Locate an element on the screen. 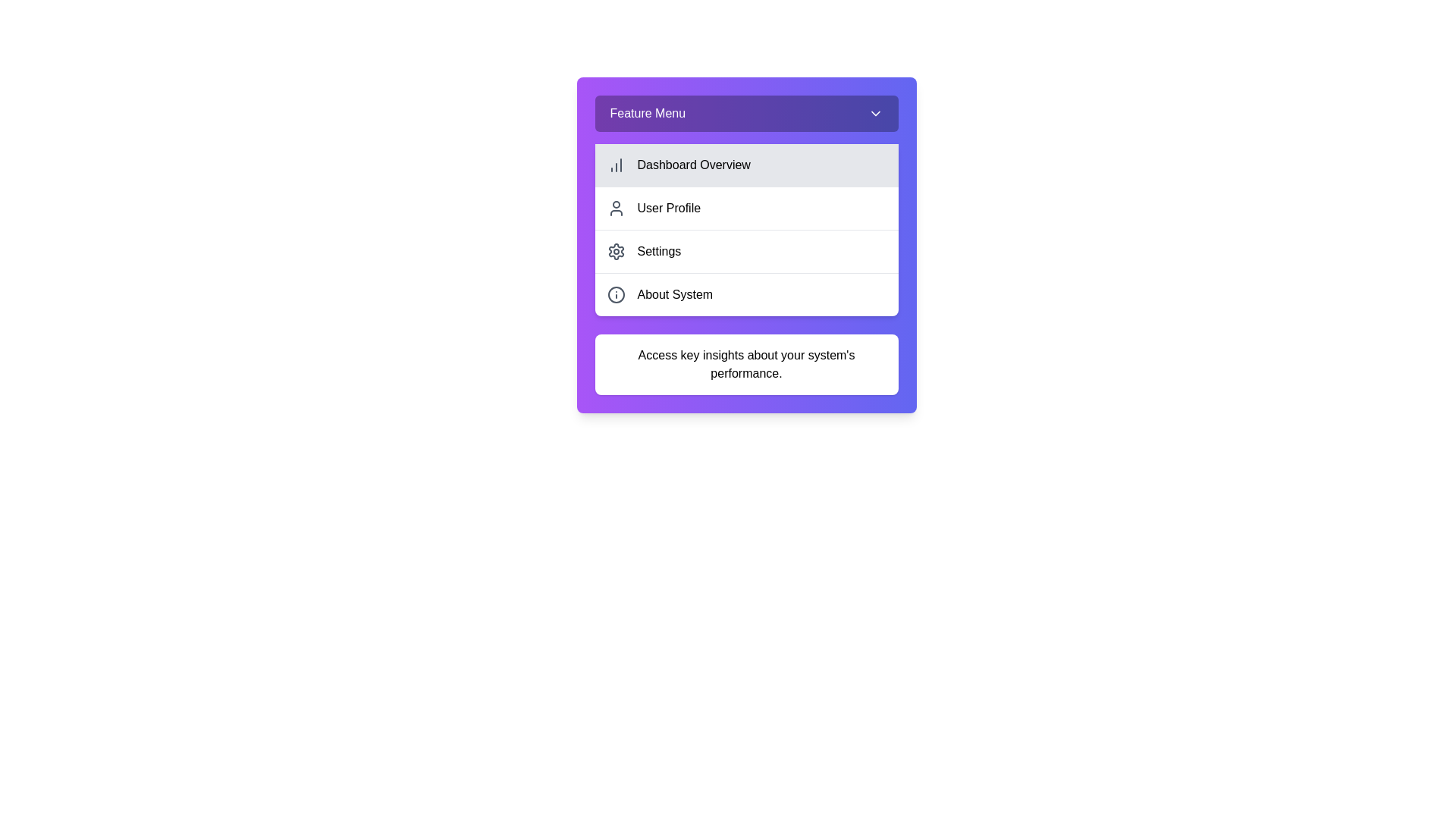 The height and width of the screenshot is (819, 1456). the 'User Profile' menu item, which is the second item in the vertical menu is located at coordinates (746, 208).